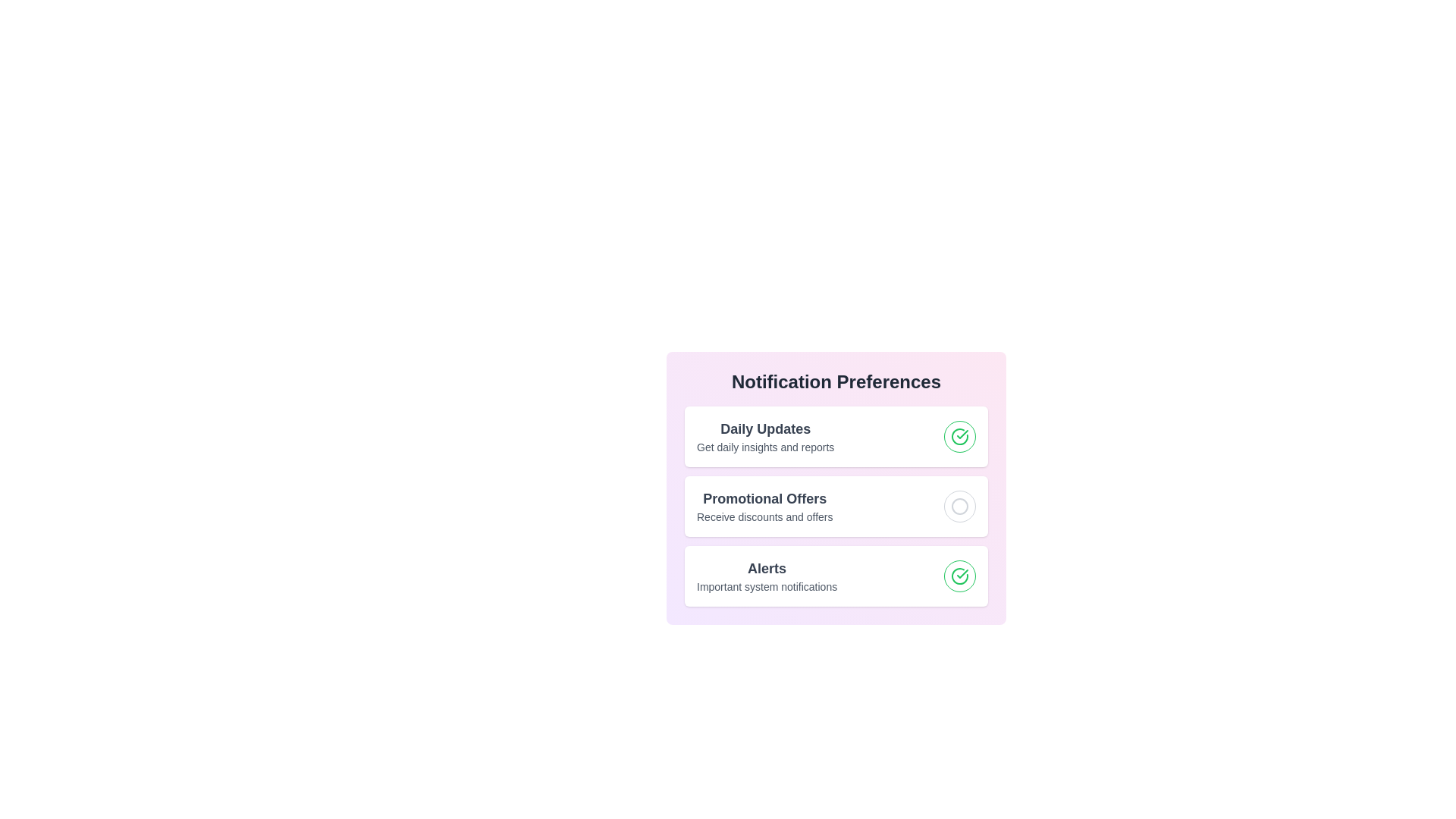 The image size is (1456, 819). What do you see at coordinates (836, 436) in the screenshot?
I see `the visual layout of Daily Updates in the NotificationSelector component` at bounding box center [836, 436].